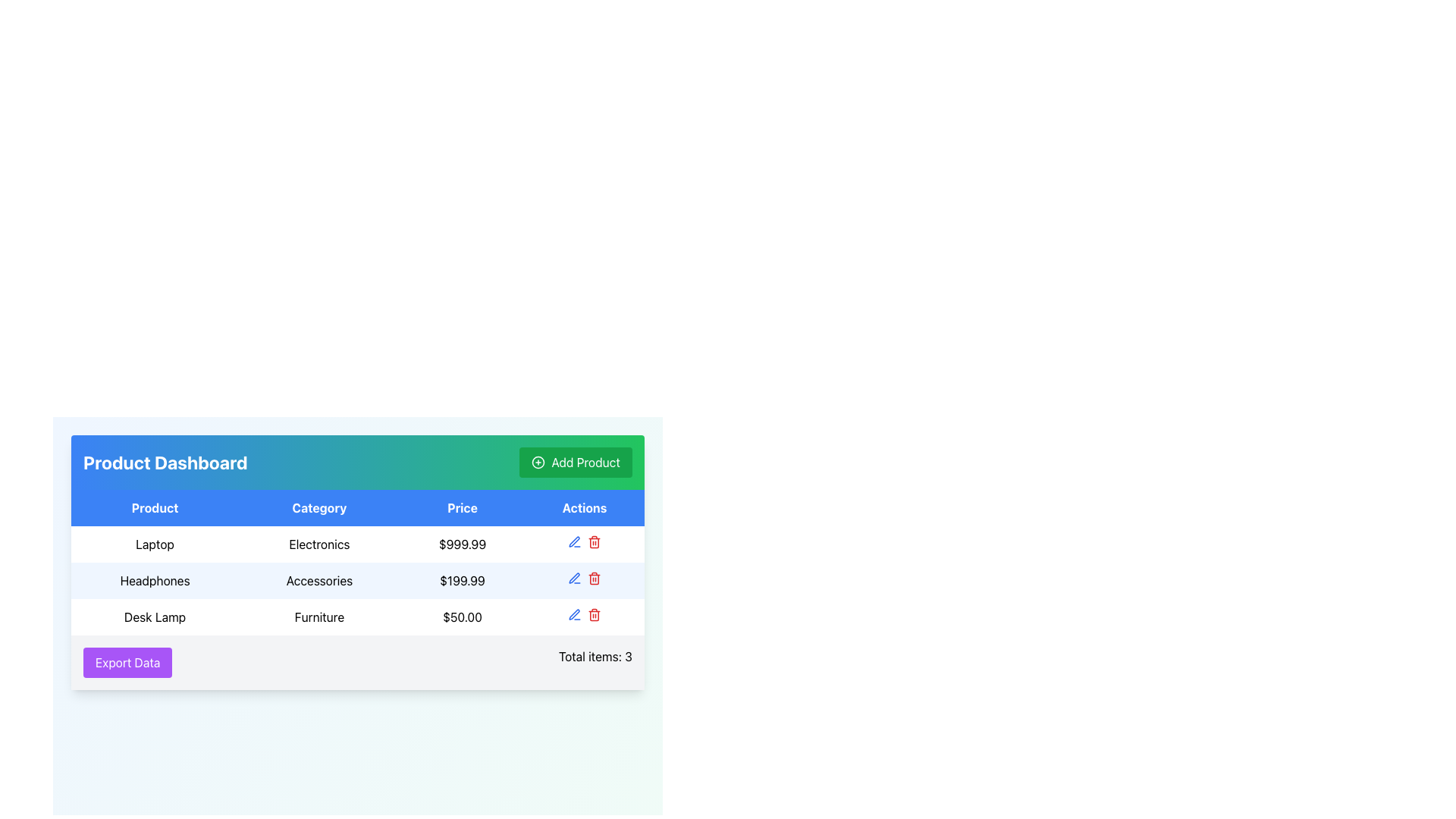  What do you see at coordinates (573, 541) in the screenshot?
I see `the edit icon located in the 'Actions' column of the second row corresponding to the 'Headphones' product entry to initiate editing` at bounding box center [573, 541].